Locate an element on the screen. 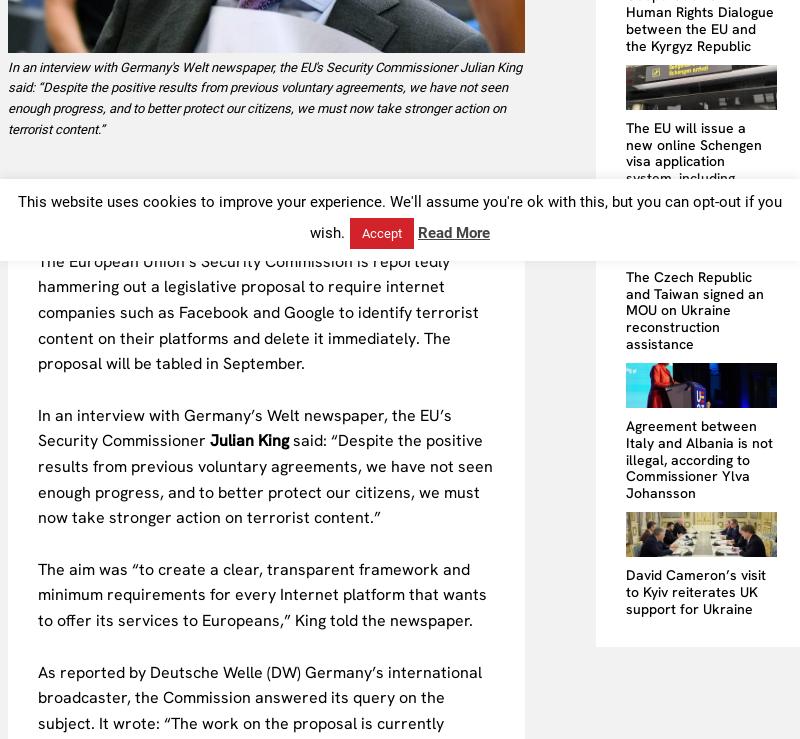 Image resolution: width=800 pixels, height=739 pixels. 'David Cameron’s visit to Kyiv reiterates UK support for Ukraine' is located at coordinates (696, 591).